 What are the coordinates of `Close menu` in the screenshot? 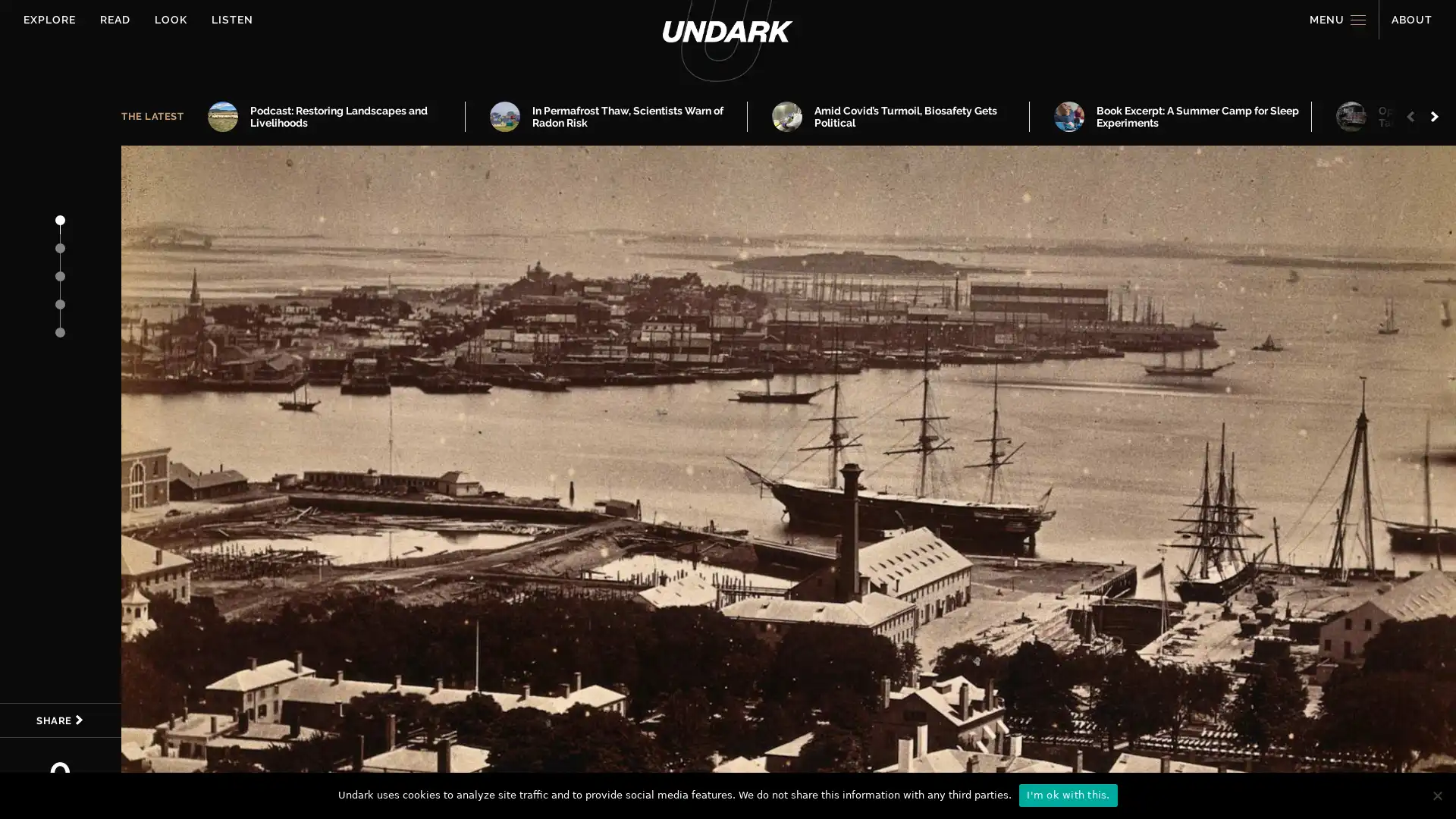 It's located at (1404, 49).